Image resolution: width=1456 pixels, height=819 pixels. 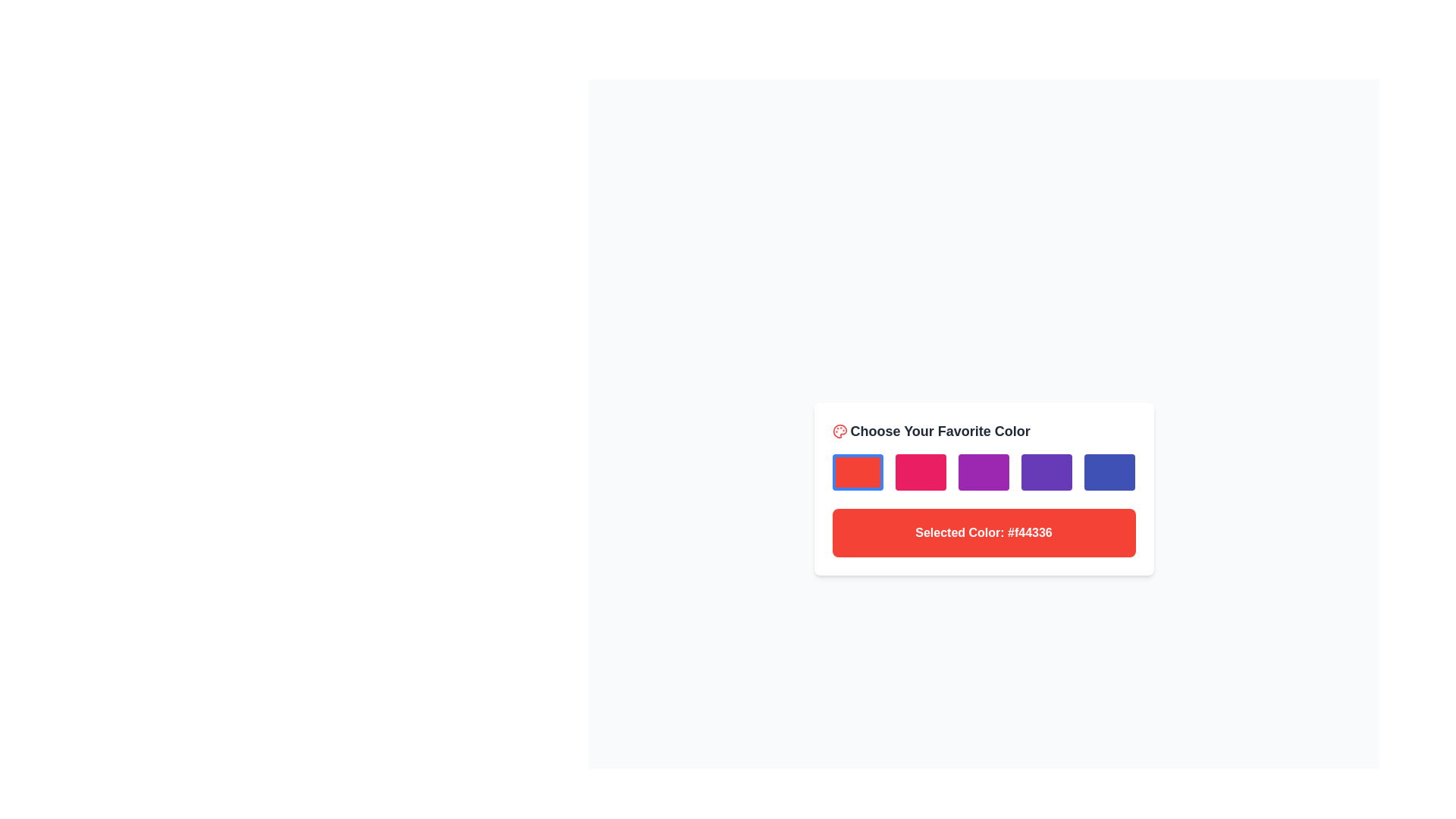 What do you see at coordinates (1046, 472) in the screenshot?
I see `the fourth button from the left in the row of color buttons with a purple background` at bounding box center [1046, 472].